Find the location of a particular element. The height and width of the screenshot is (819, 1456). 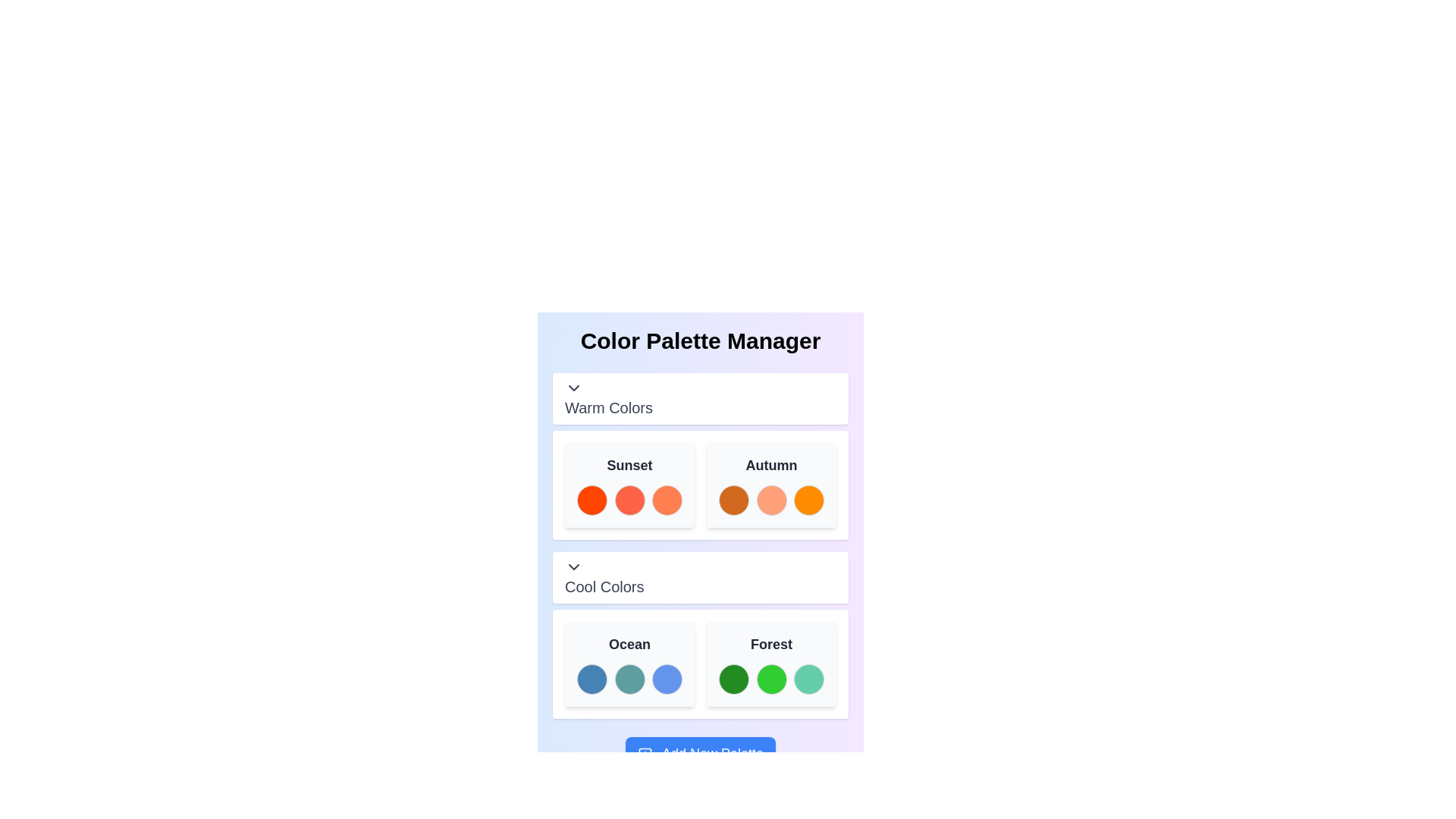

the 'Sunset' color palette, which displays a selection of warm colors in the first column under the 'Warm Colors' section is located at coordinates (629, 485).